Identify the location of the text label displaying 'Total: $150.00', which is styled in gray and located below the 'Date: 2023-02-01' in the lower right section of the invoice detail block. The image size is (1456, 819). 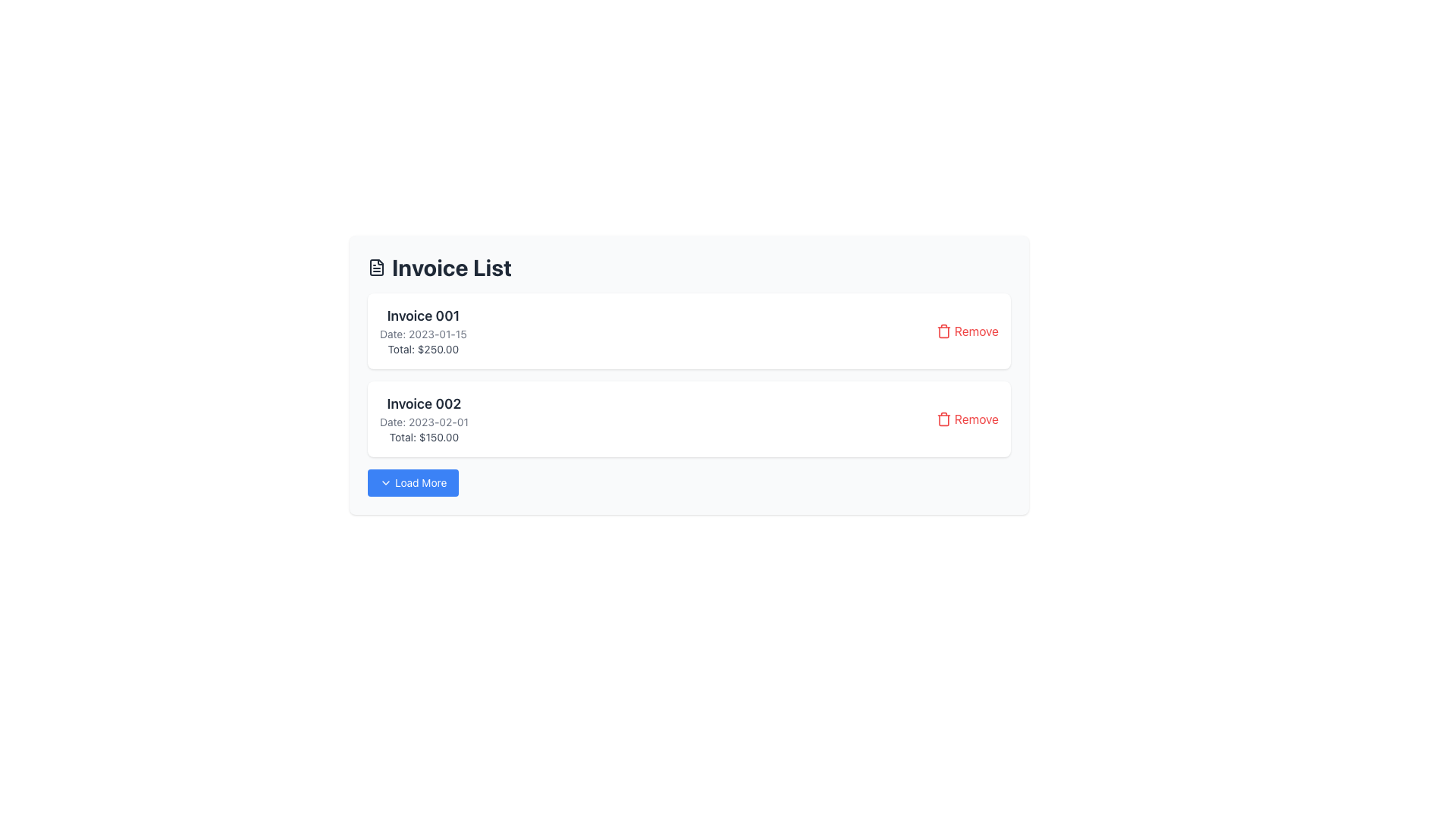
(424, 438).